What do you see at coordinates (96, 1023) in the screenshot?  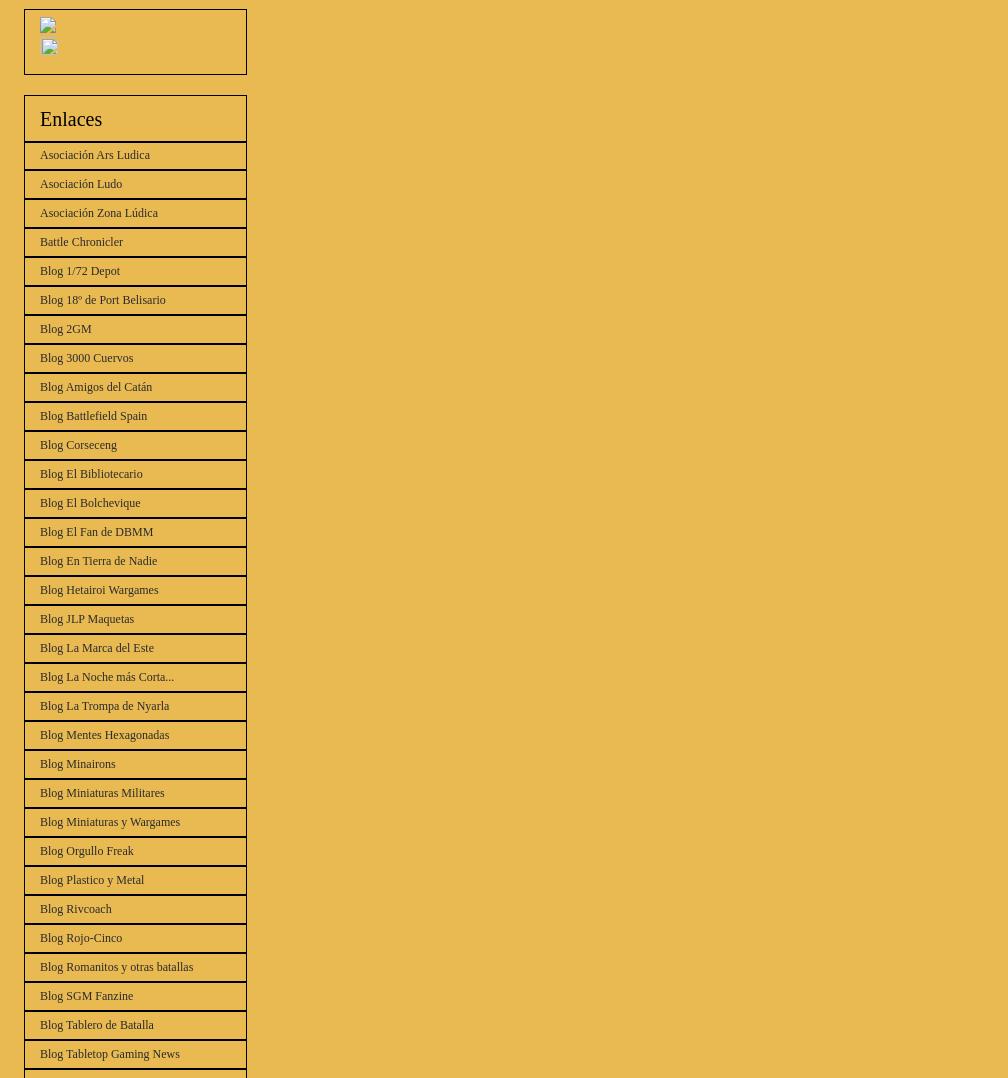 I see `'Blog Tablero de Batalla'` at bounding box center [96, 1023].